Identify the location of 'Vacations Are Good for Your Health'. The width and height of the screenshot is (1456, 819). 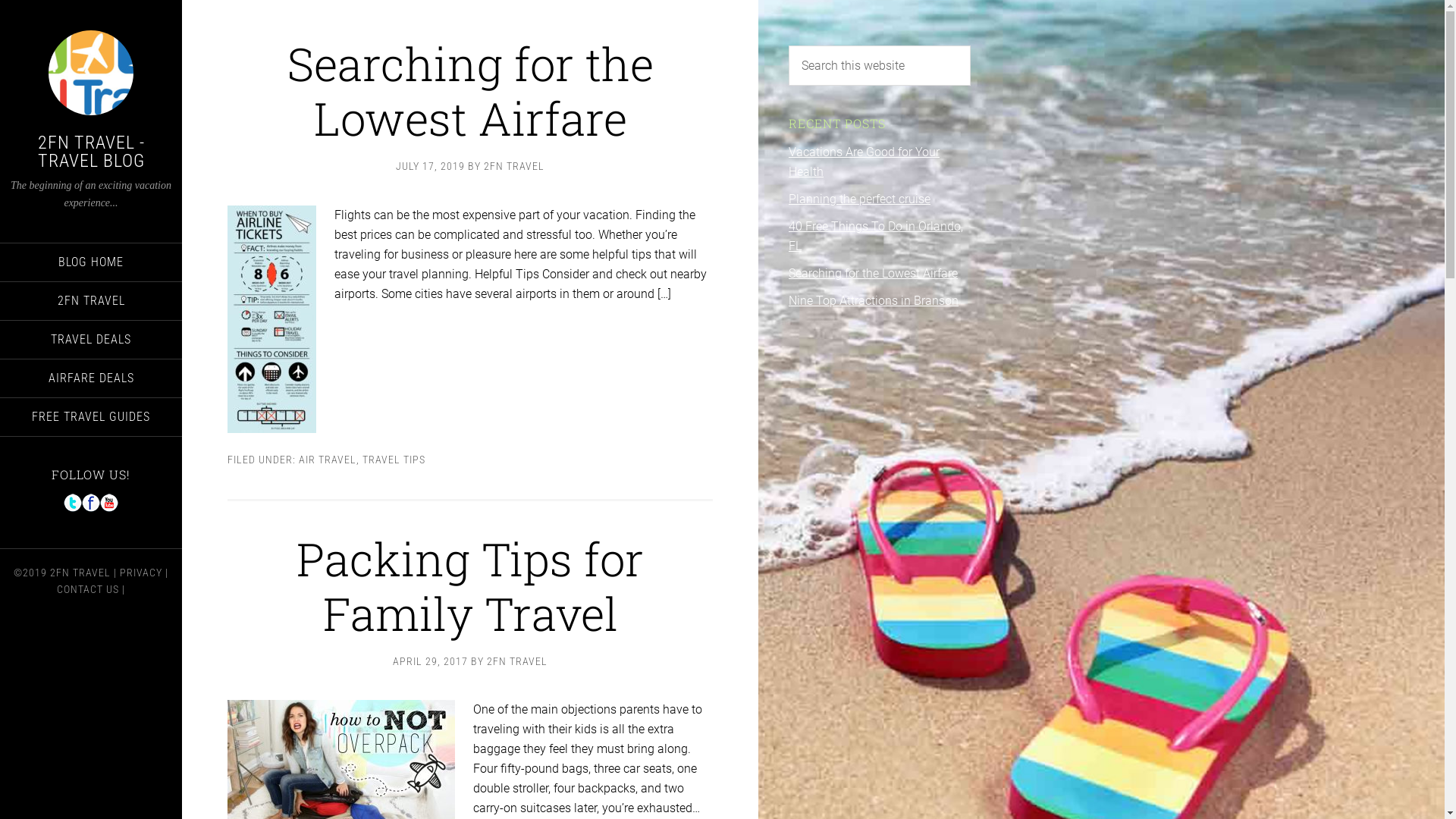
(864, 162).